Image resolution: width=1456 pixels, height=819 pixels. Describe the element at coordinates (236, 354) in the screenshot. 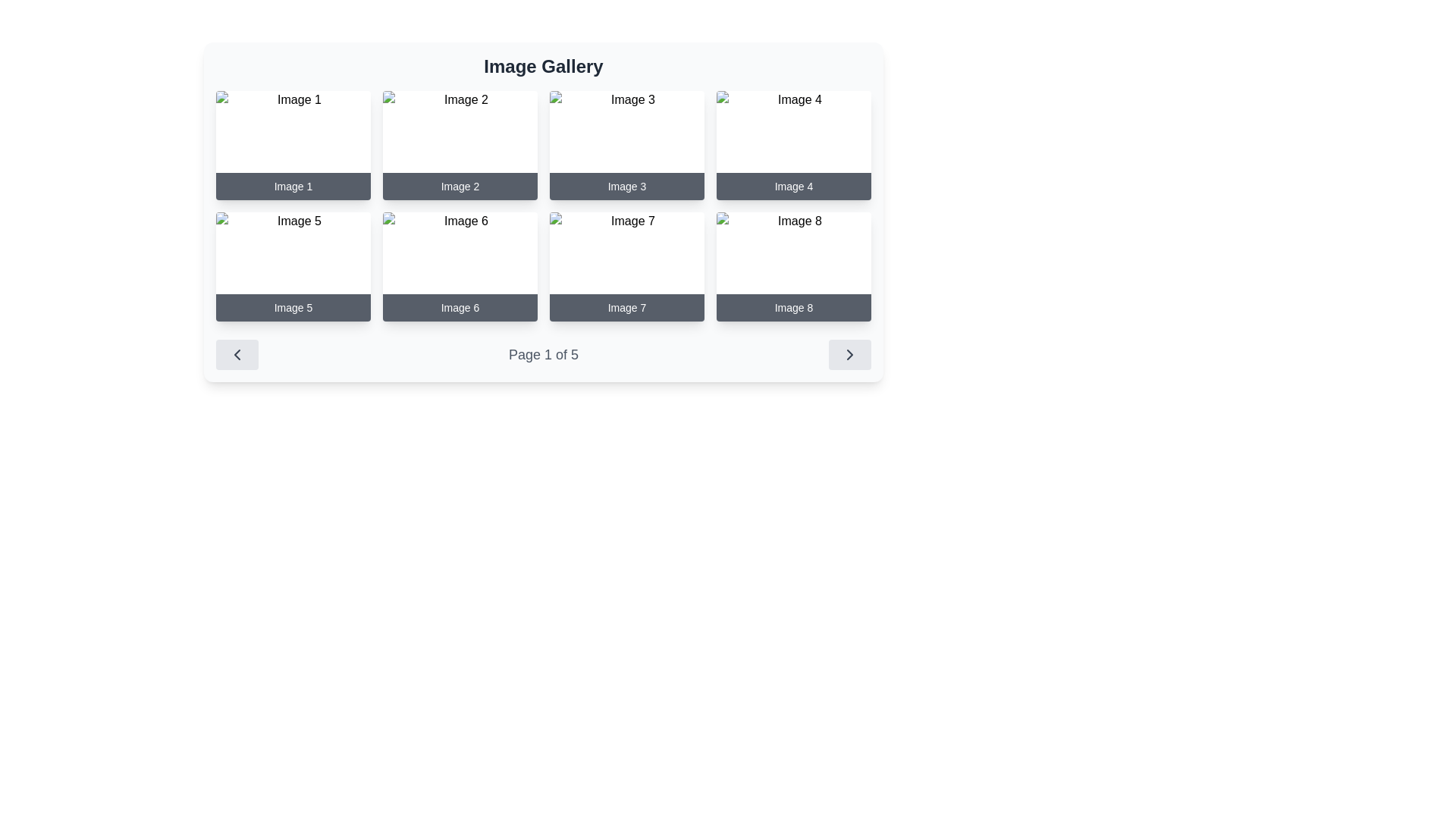

I see `the first navigation button with a light gray background and a leftward arrow icon to trigger hover effects` at that location.